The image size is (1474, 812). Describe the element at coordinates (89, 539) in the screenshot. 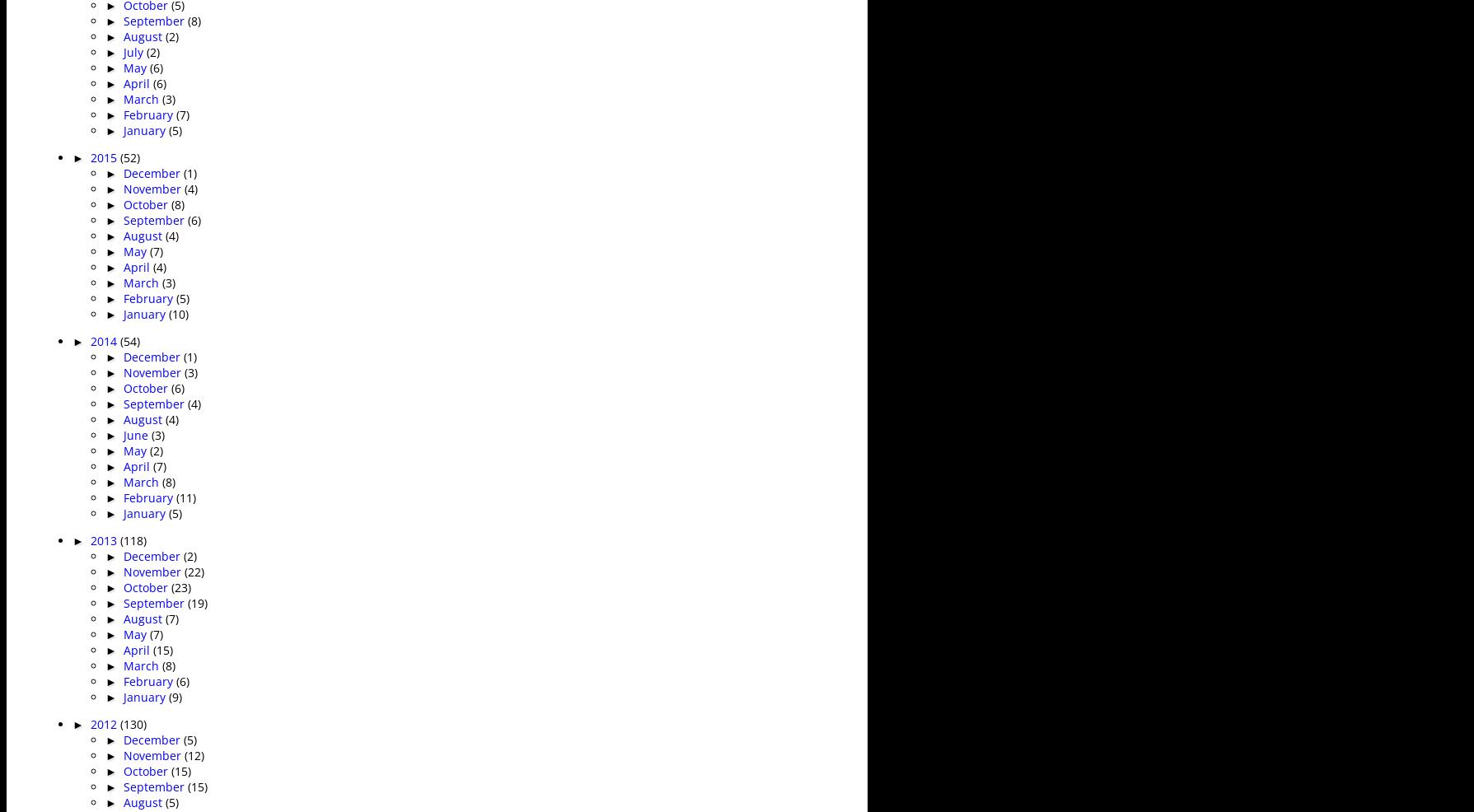

I see `'2013'` at that location.